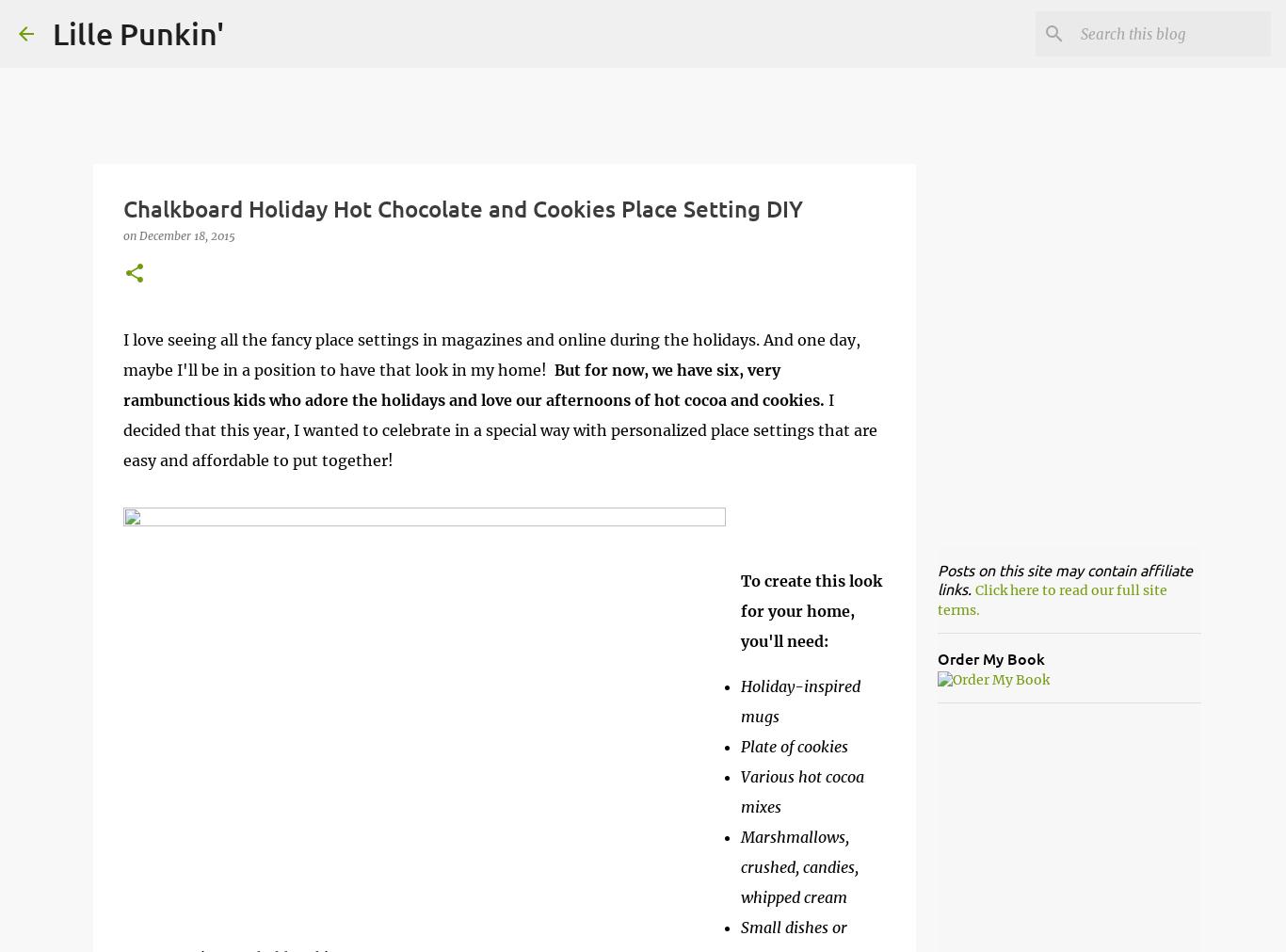  I want to click on 'To create this look for your home, you'll need:', so click(809, 610).